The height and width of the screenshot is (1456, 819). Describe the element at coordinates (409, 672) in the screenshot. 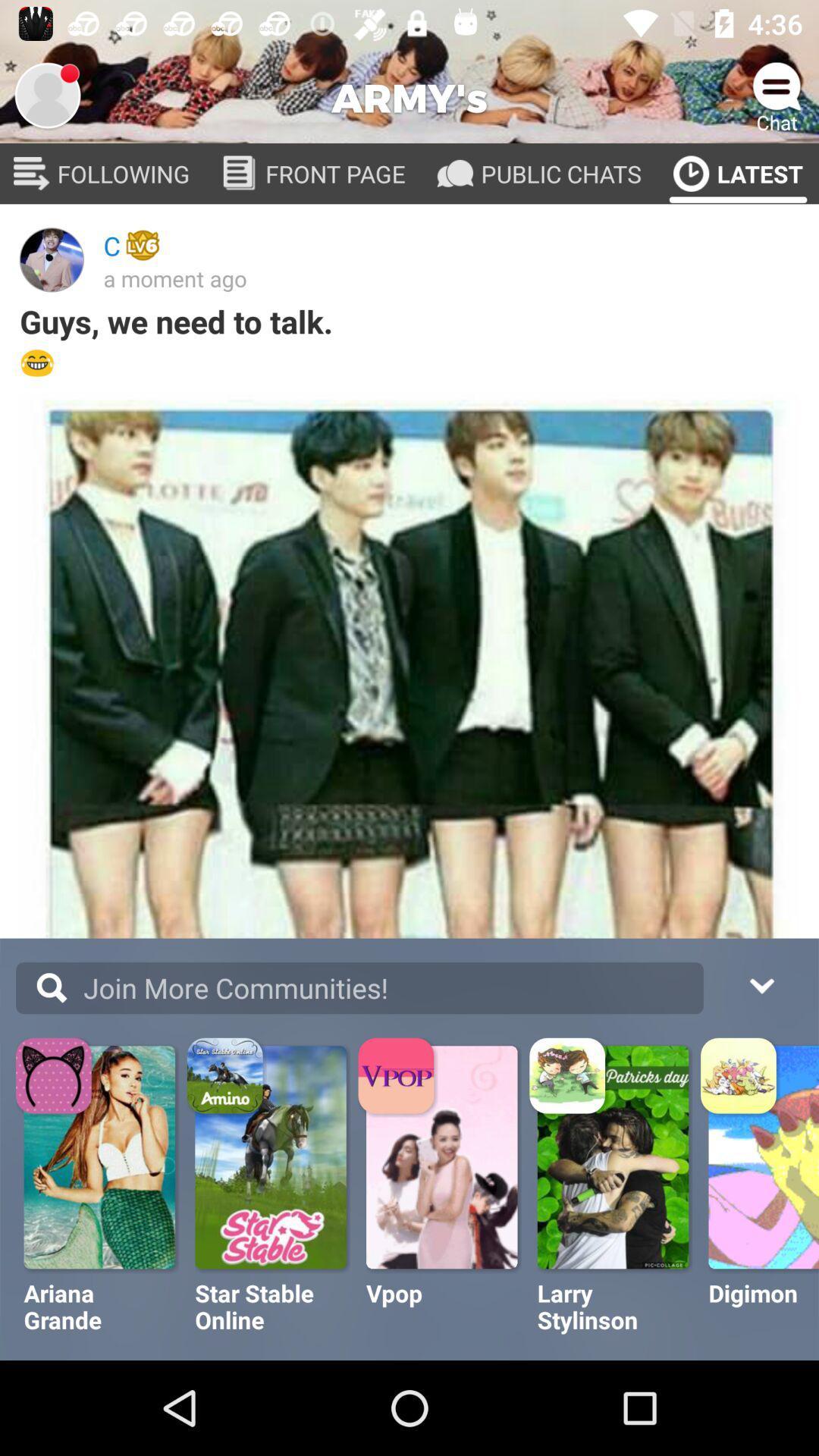

I see `the big image that is shown` at that location.